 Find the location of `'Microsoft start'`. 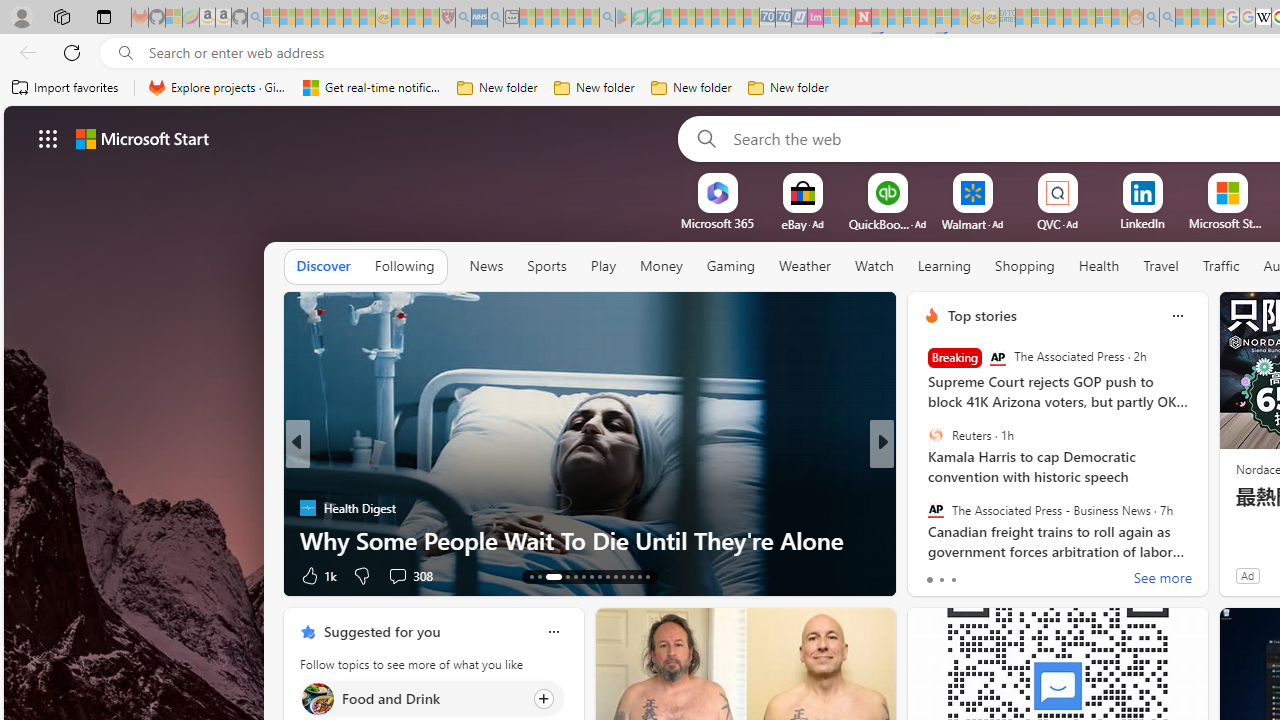

'Microsoft start' is located at coordinates (141, 137).